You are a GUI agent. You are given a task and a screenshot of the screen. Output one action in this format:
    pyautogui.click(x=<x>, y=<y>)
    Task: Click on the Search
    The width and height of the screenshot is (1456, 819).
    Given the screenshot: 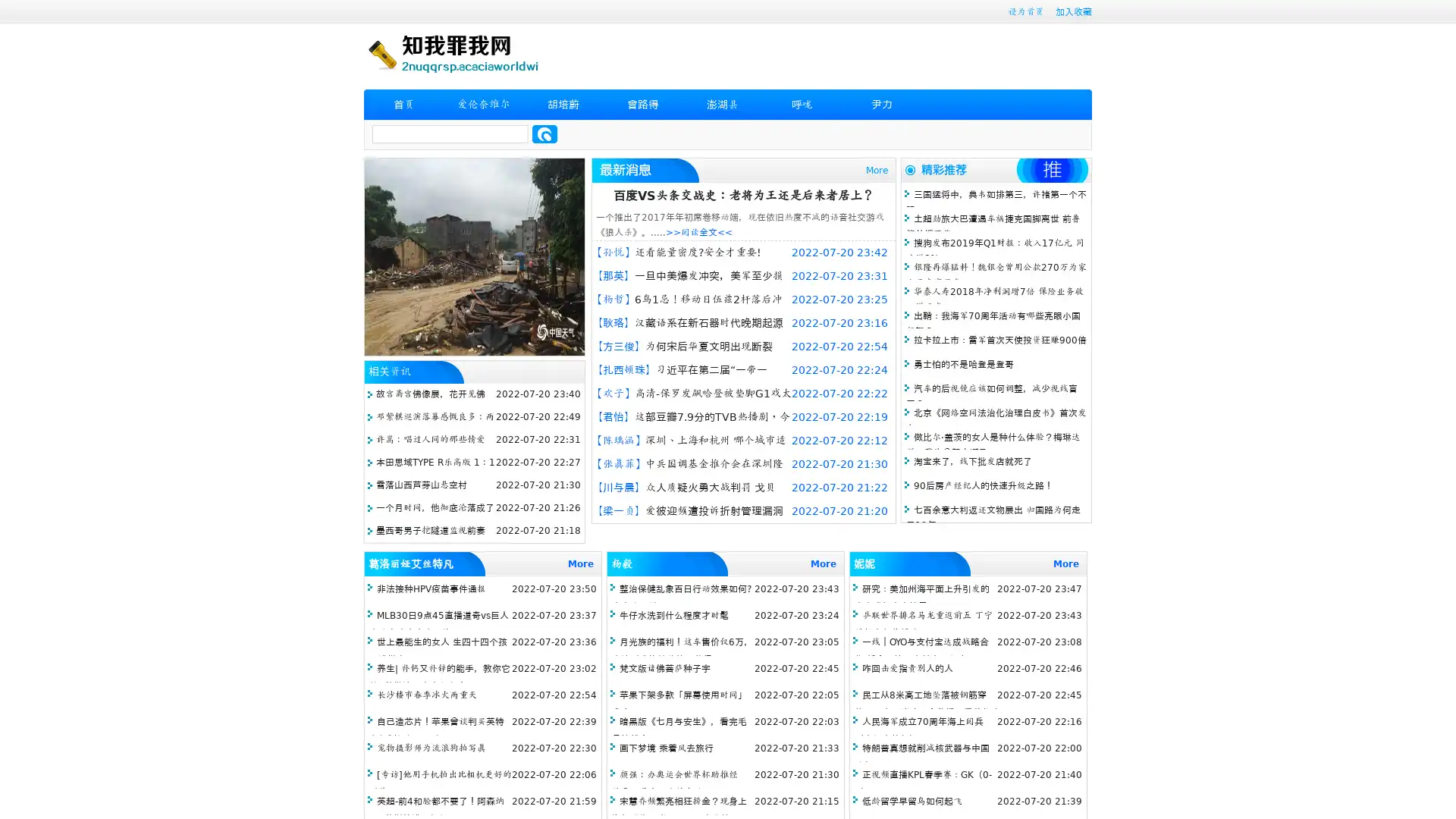 What is the action you would take?
    pyautogui.click(x=544, y=133)
    